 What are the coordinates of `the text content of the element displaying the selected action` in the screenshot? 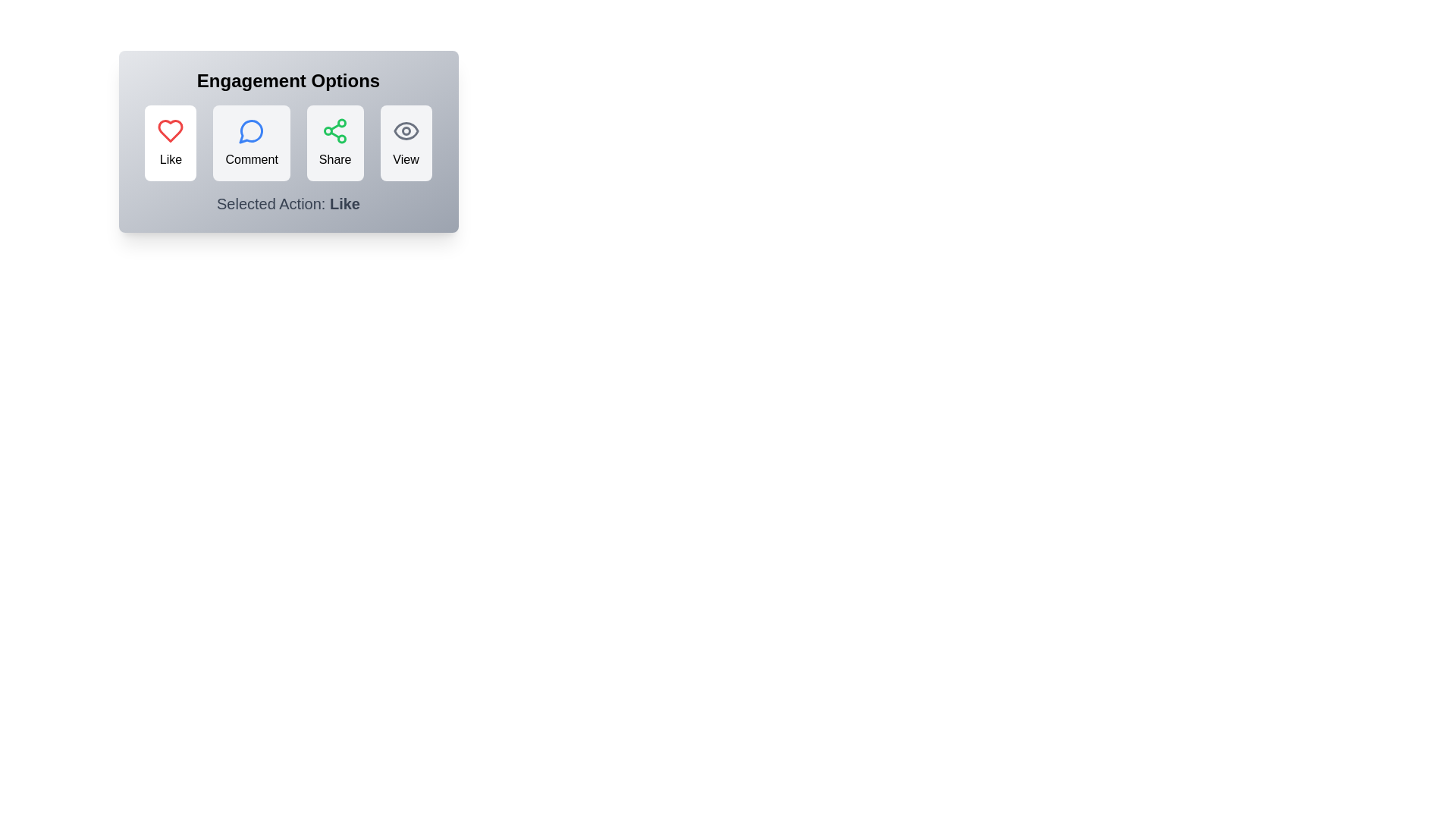 It's located at (288, 203).